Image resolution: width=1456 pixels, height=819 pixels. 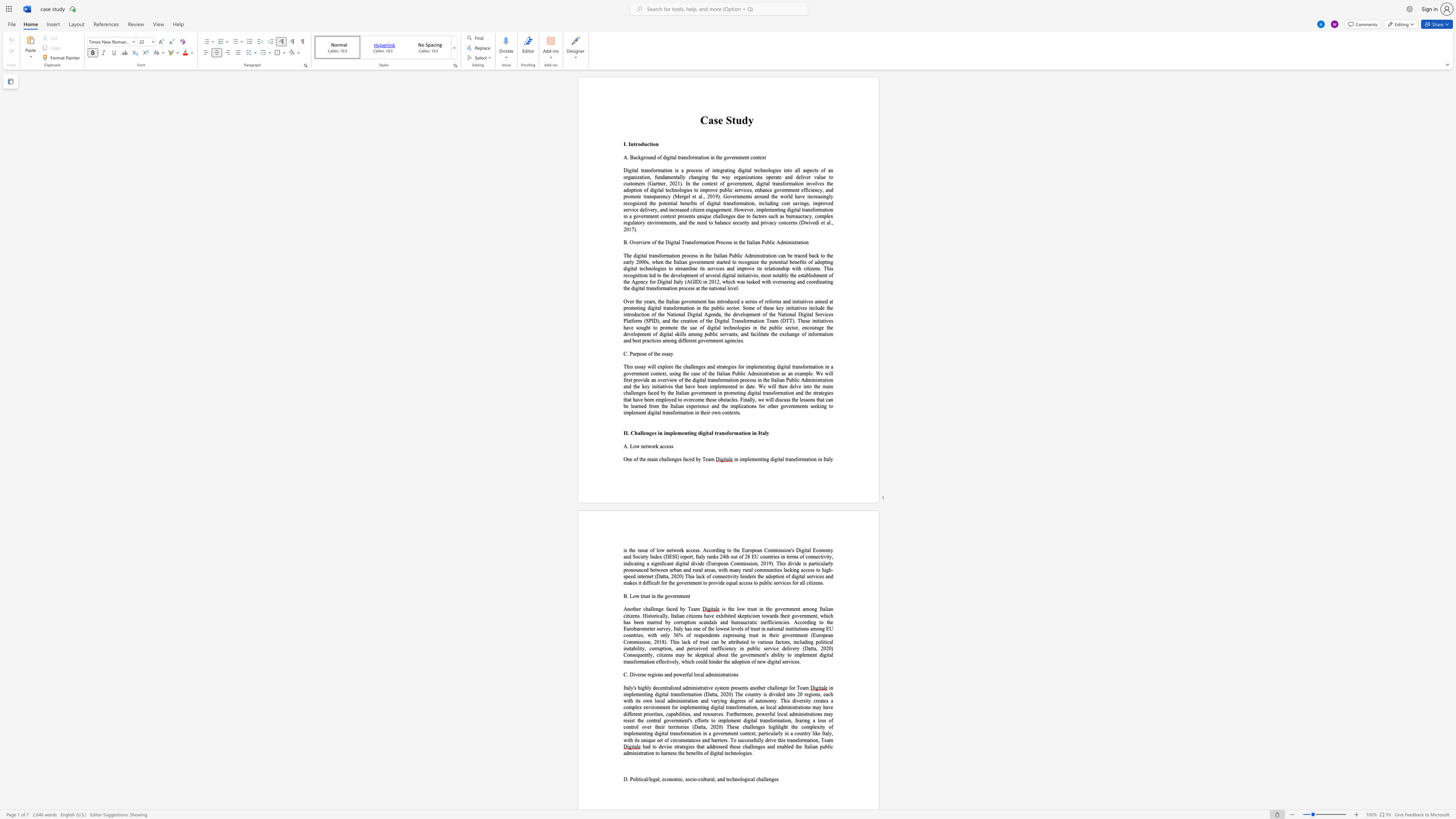 I want to click on the subset text "a cou" within the text "efforts to implement digital transformation, fearing a loss of control over their territories (Datta, 2020) These challenges highlight the complexity of implementing digital transformation in a government context, particularly in a country like Italy, with its unique set of circumstances and barriers. To successfully drive this transformation, Team", so click(x=790, y=733).